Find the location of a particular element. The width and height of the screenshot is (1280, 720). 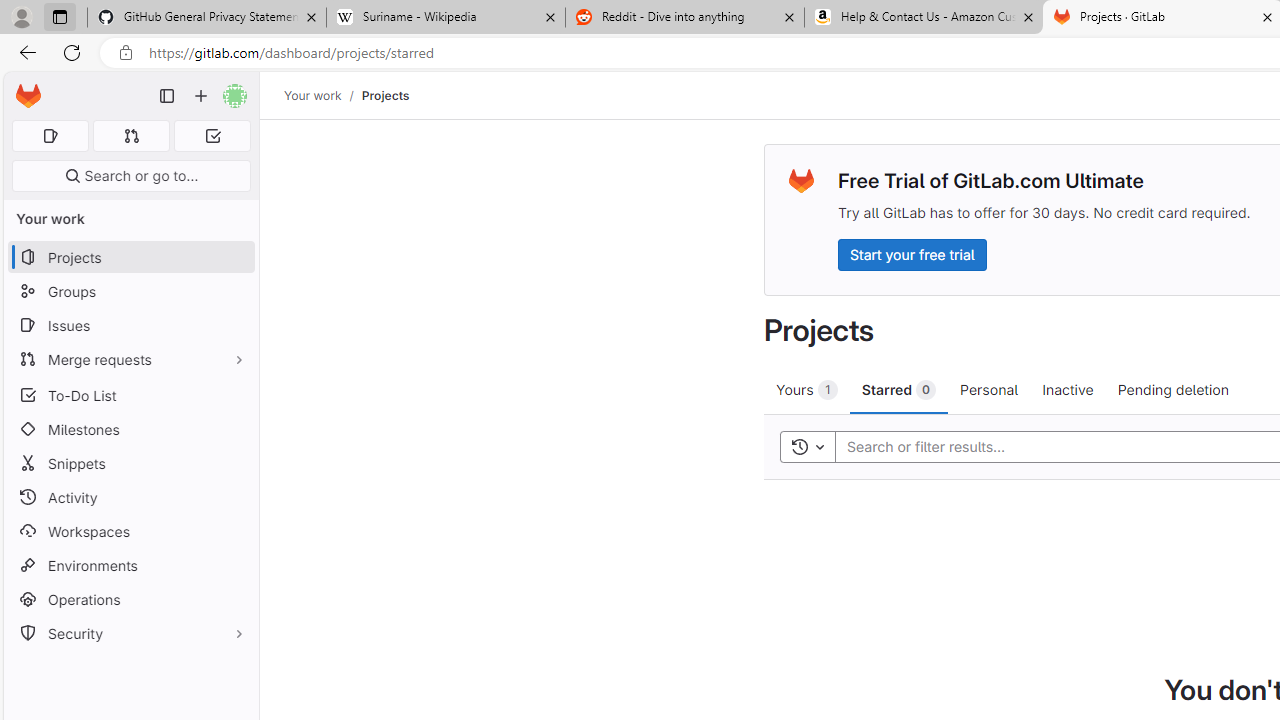

'Milestones' is located at coordinates (130, 428).